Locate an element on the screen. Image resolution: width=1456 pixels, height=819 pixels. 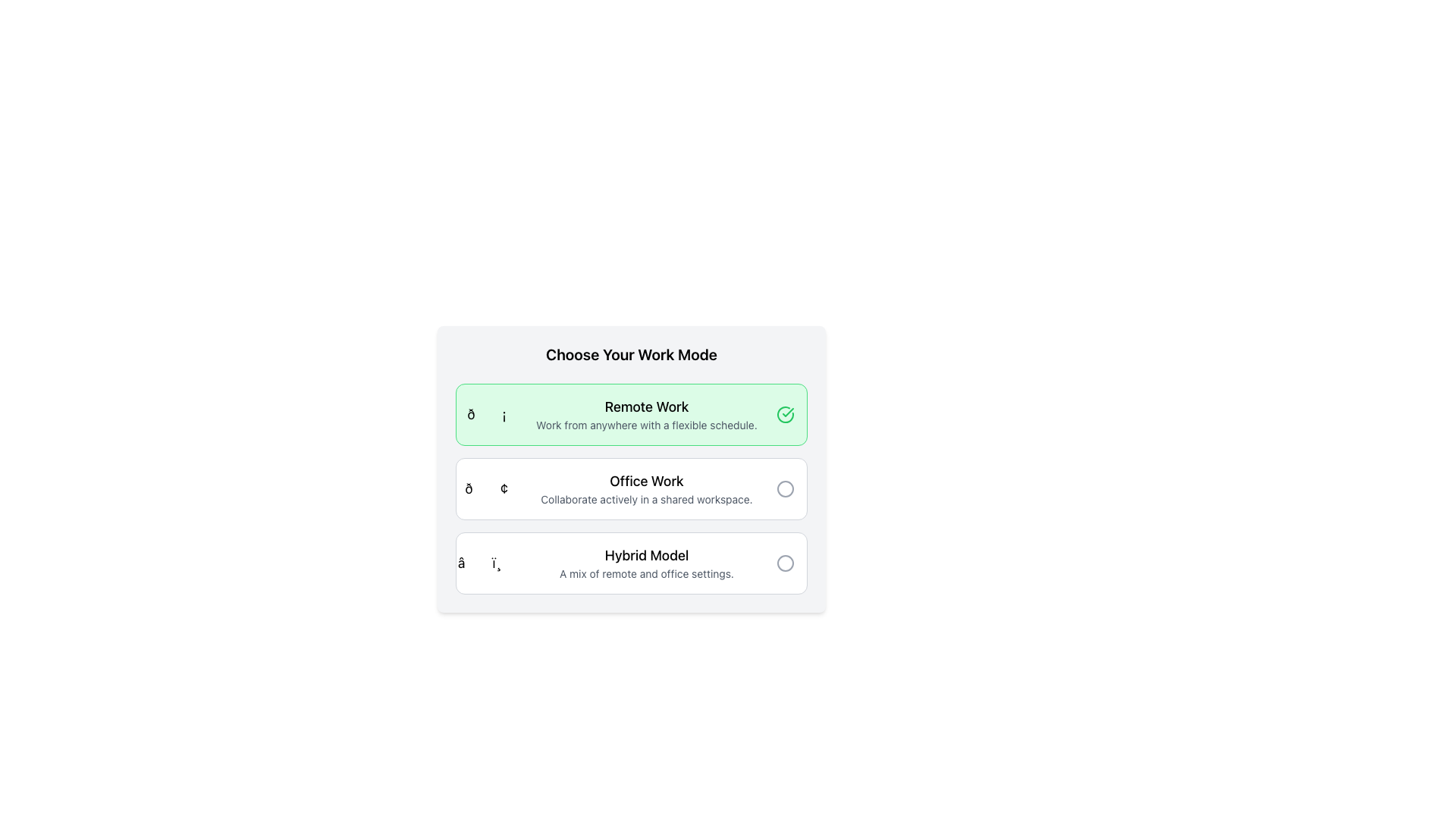
the Circle icon, which is a small circular outline icon styled in light gray located to the far right of the 'Hybrid Model' option in the selection list is located at coordinates (786, 563).